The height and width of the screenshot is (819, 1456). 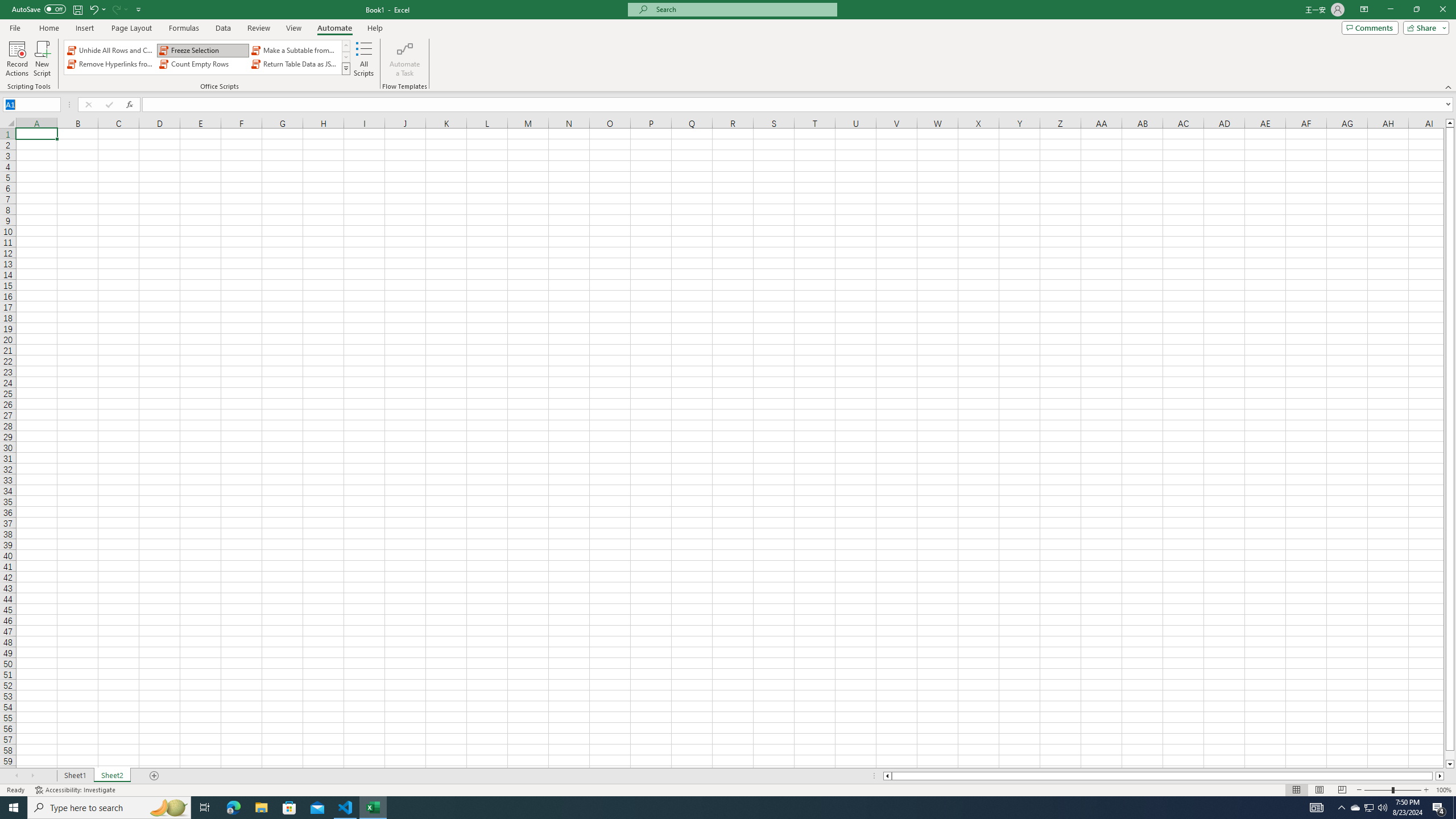 What do you see at coordinates (346, 68) in the screenshot?
I see `'Office Scripts'` at bounding box center [346, 68].